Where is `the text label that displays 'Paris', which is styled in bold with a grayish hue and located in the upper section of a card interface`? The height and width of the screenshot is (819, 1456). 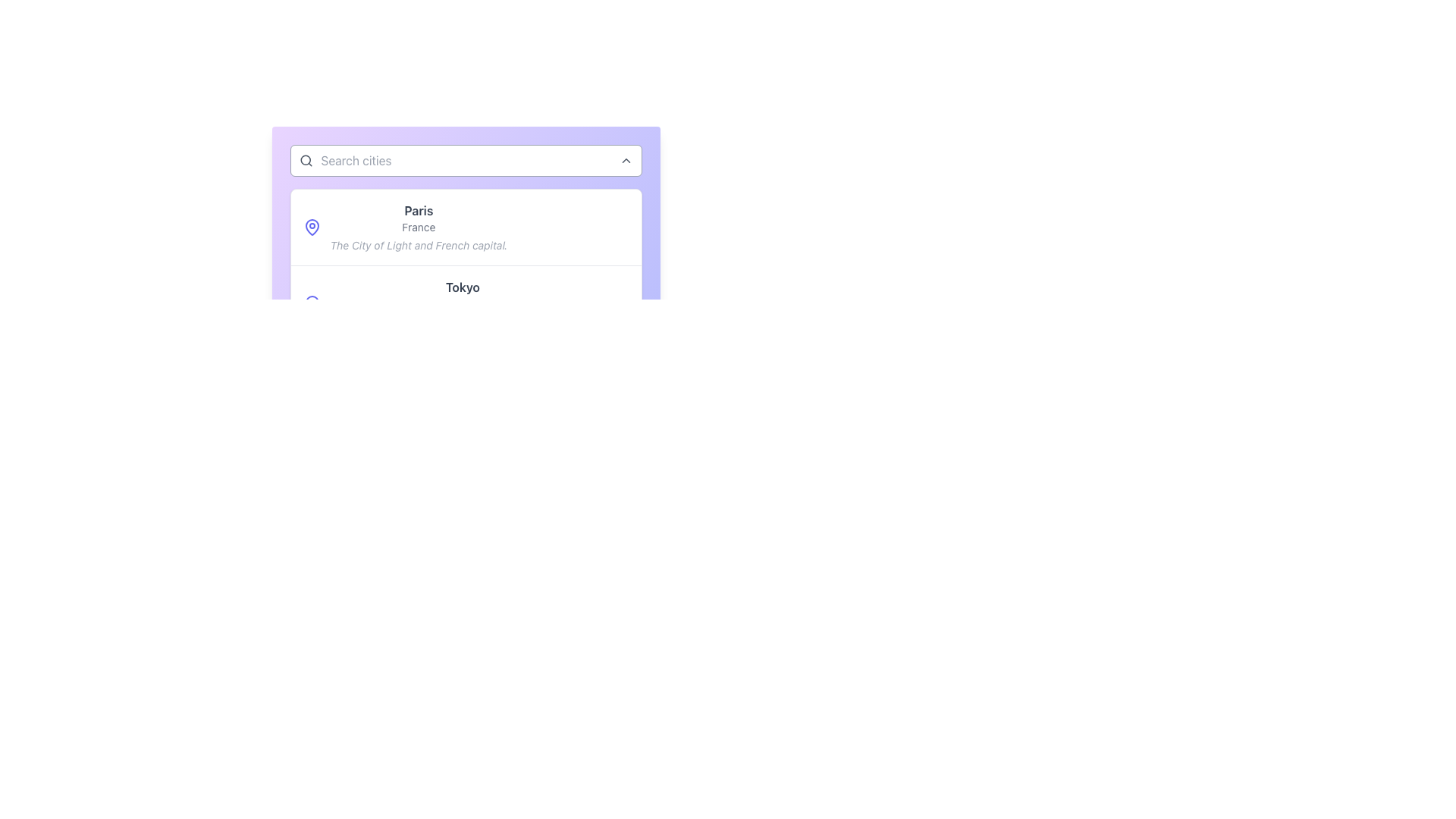 the text label that displays 'Paris', which is styled in bold with a grayish hue and located in the upper section of a card interface is located at coordinates (419, 210).